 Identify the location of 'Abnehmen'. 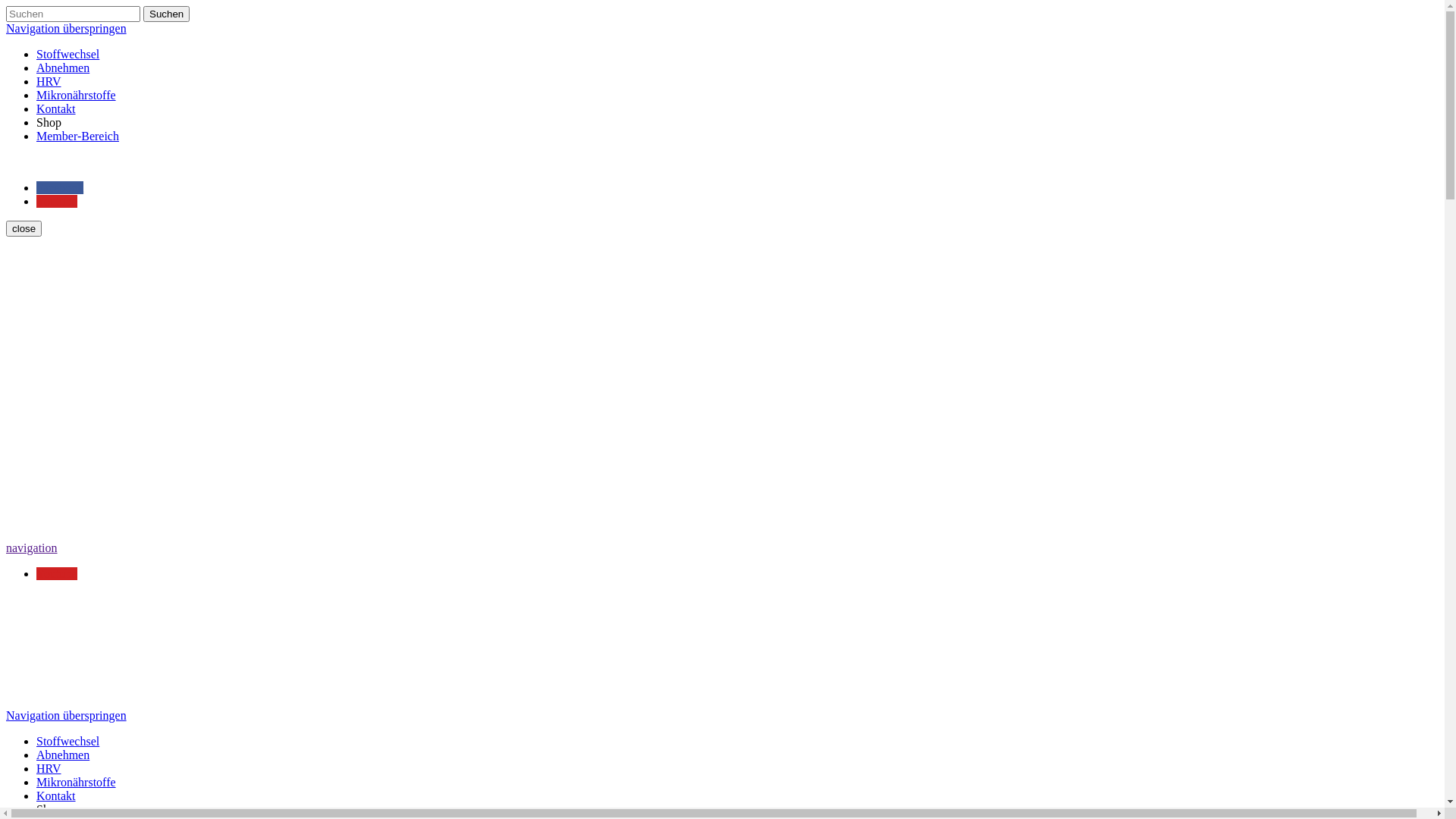
(61, 67).